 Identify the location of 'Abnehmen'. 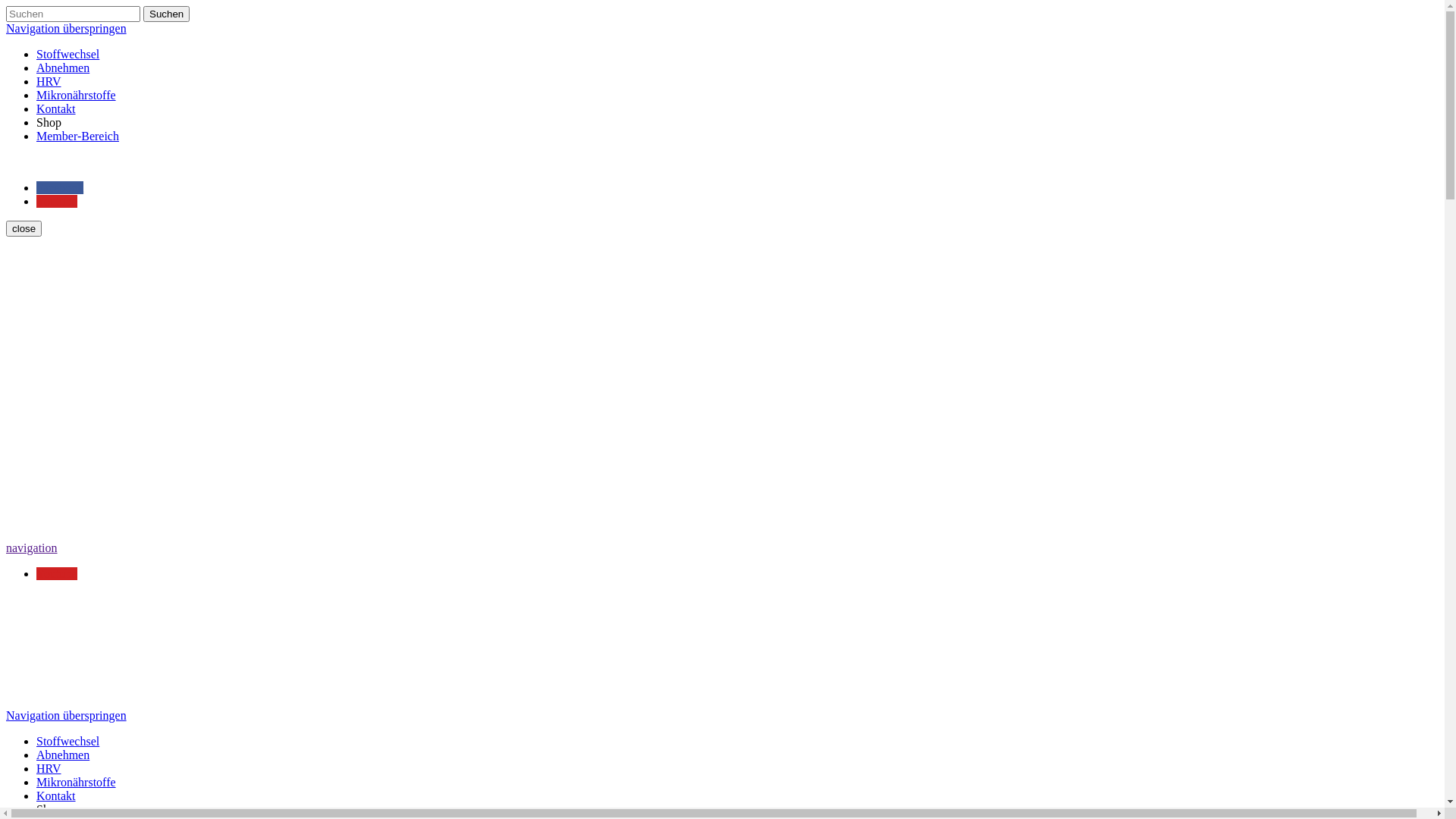
(61, 67).